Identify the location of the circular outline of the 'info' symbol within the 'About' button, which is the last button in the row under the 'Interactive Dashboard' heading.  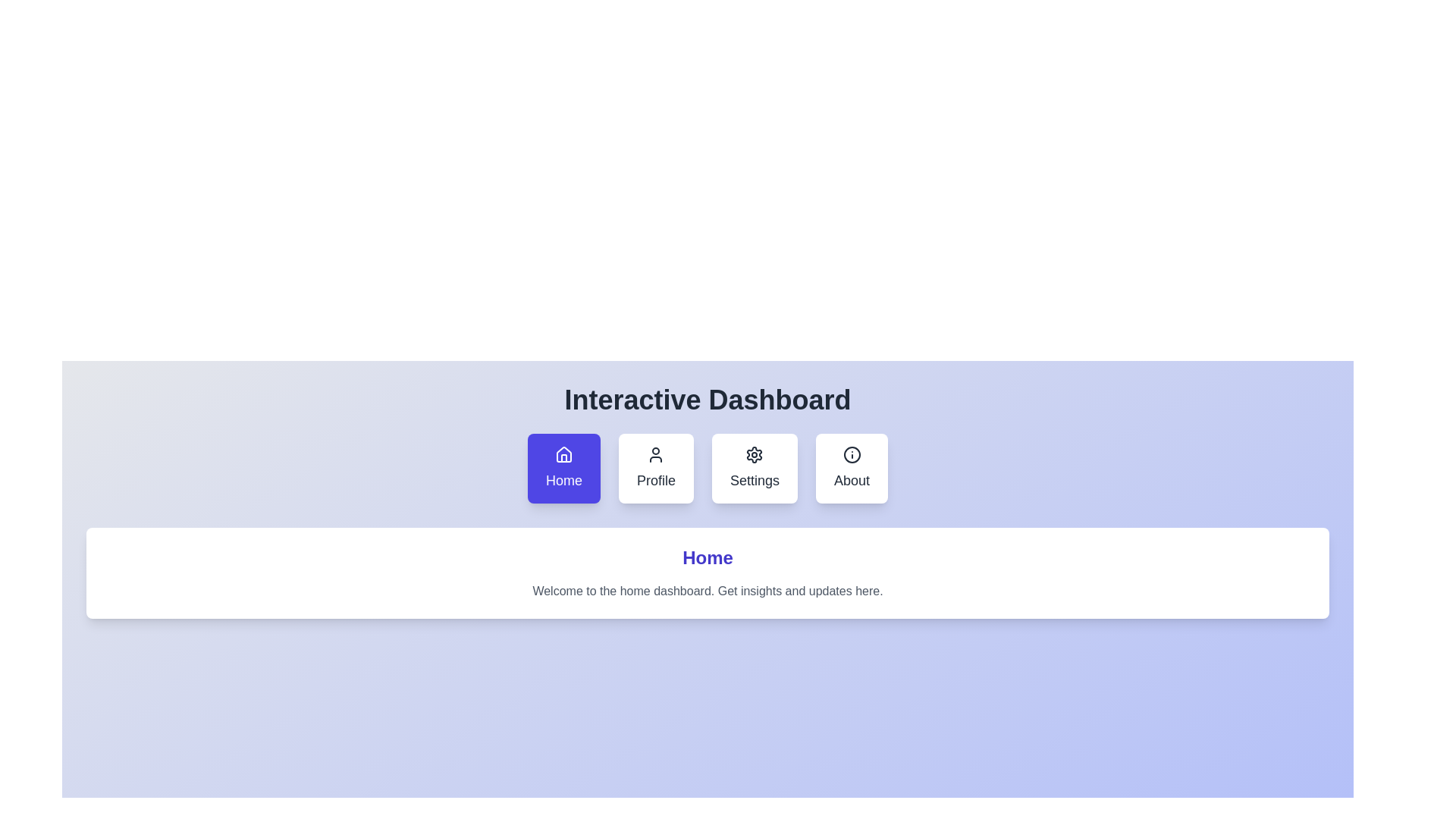
(852, 454).